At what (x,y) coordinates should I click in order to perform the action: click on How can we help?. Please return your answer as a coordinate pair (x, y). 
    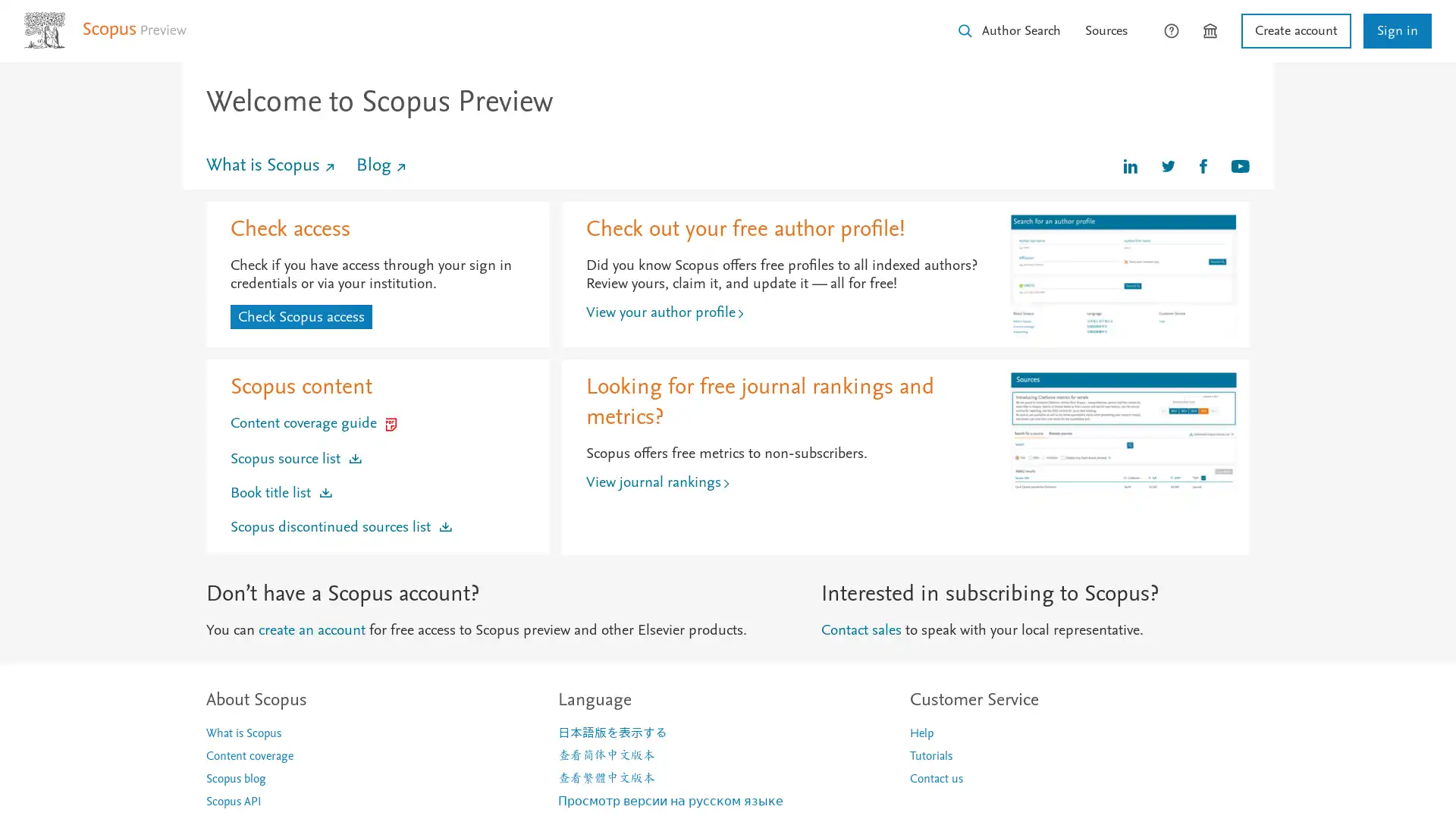
    Looking at the image, I should click on (1170, 31).